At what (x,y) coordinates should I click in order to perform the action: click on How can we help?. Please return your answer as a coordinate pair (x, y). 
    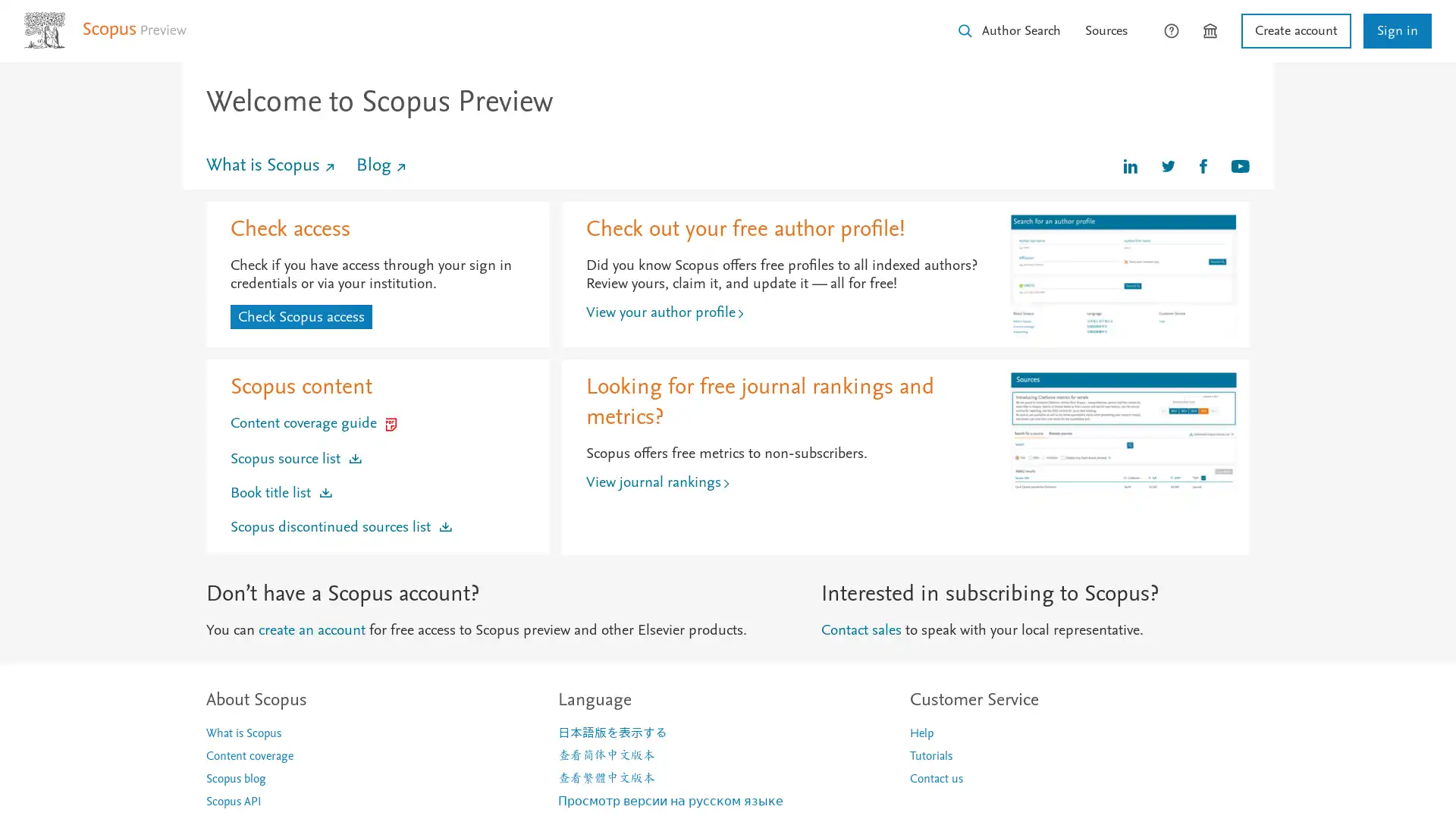
    Looking at the image, I should click on (1170, 31).